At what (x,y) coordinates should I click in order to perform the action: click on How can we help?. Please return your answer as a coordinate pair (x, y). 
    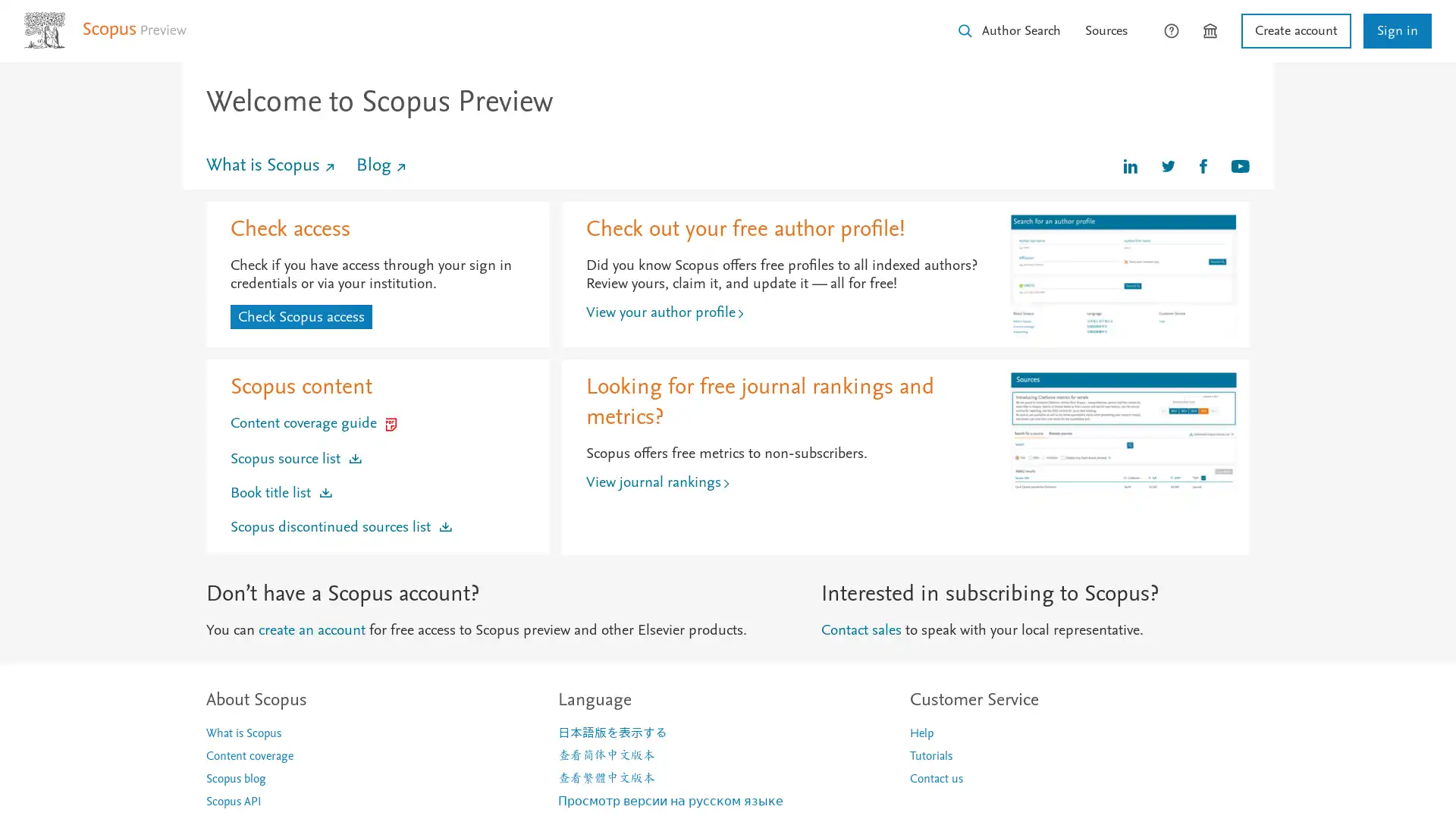
    Looking at the image, I should click on (1170, 31).